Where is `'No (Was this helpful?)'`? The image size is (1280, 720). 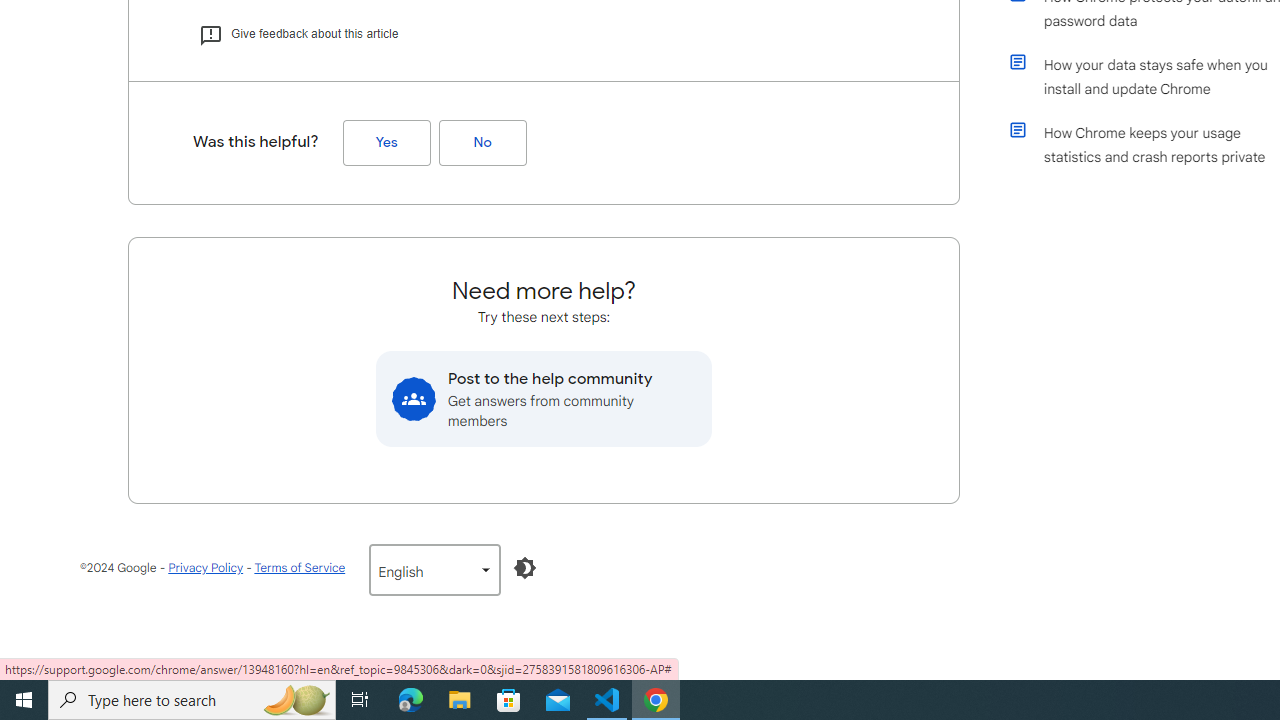 'No (Was this helpful?)' is located at coordinates (482, 142).